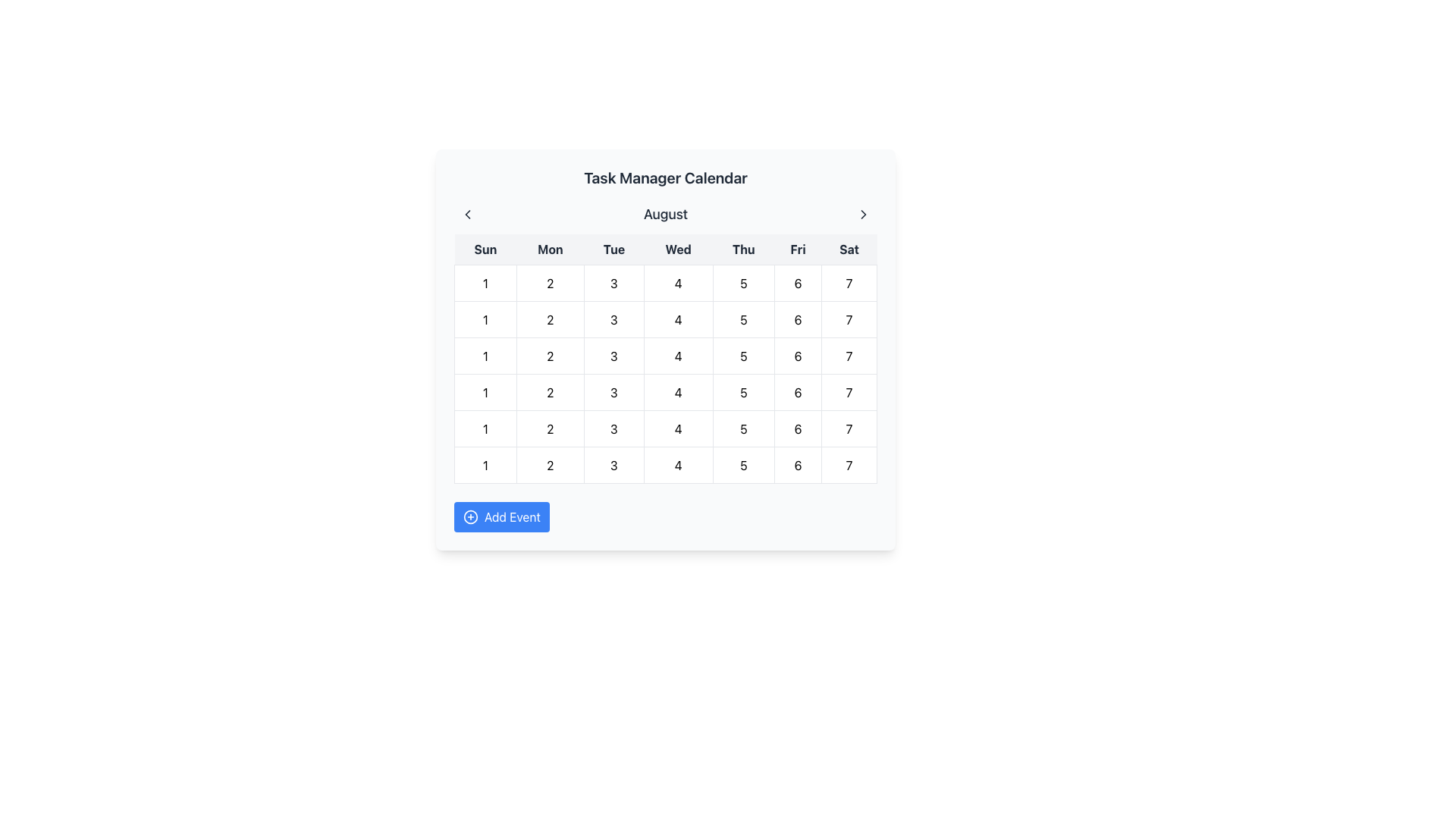 The height and width of the screenshot is (819, 1456). What do you see at coordinates (467, 214) in the screenshot?
I see `the Chevron button located to the left of the 'August' text title in the calendar header` at bounding box center [467, 214].